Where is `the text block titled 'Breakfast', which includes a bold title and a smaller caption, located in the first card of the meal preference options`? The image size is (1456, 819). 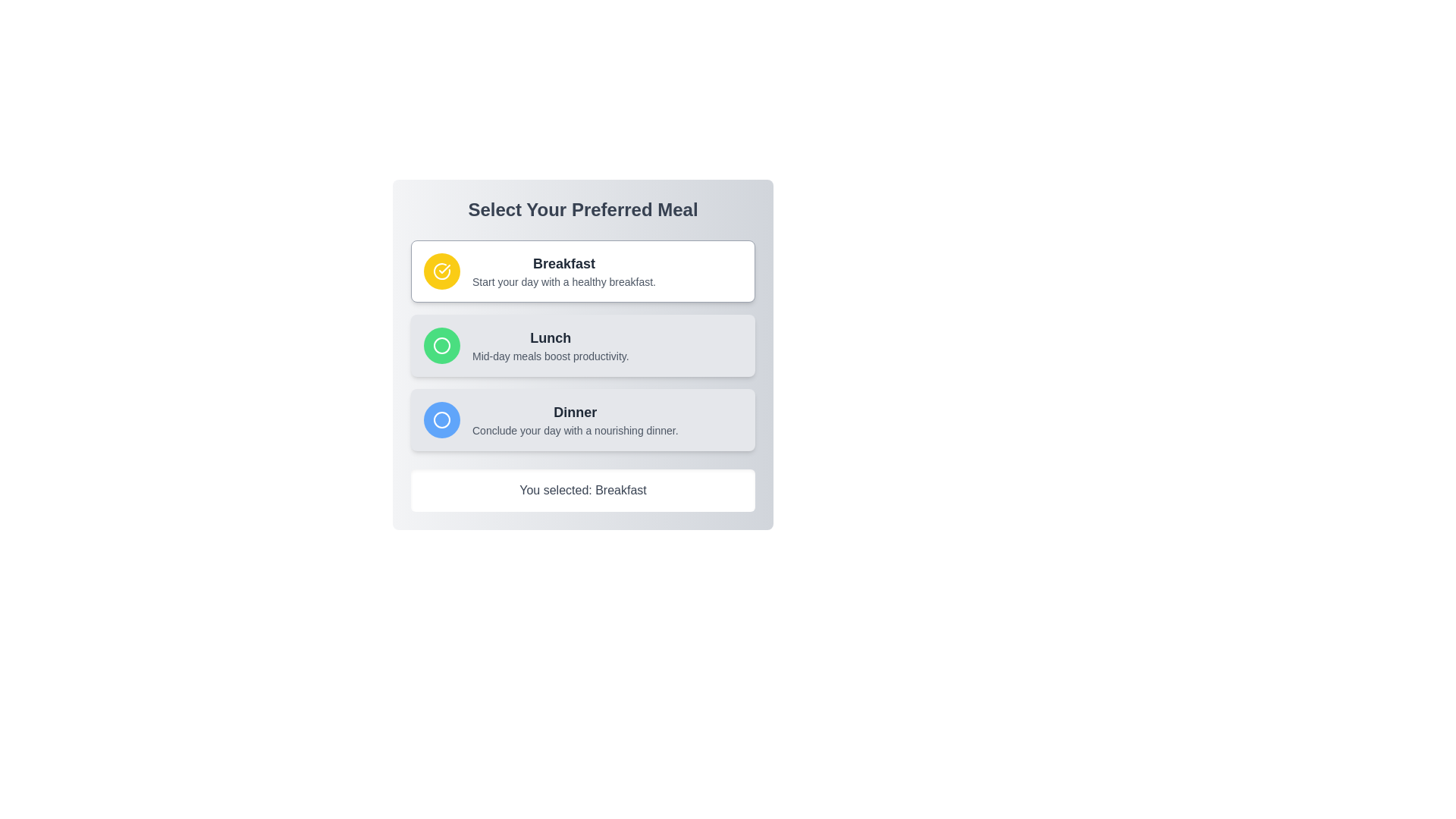 the text block titled 'Breakfast', which includes a bold title and a smaller caption, located in the first card of the meal preference options is located at coordinates (563, 271).